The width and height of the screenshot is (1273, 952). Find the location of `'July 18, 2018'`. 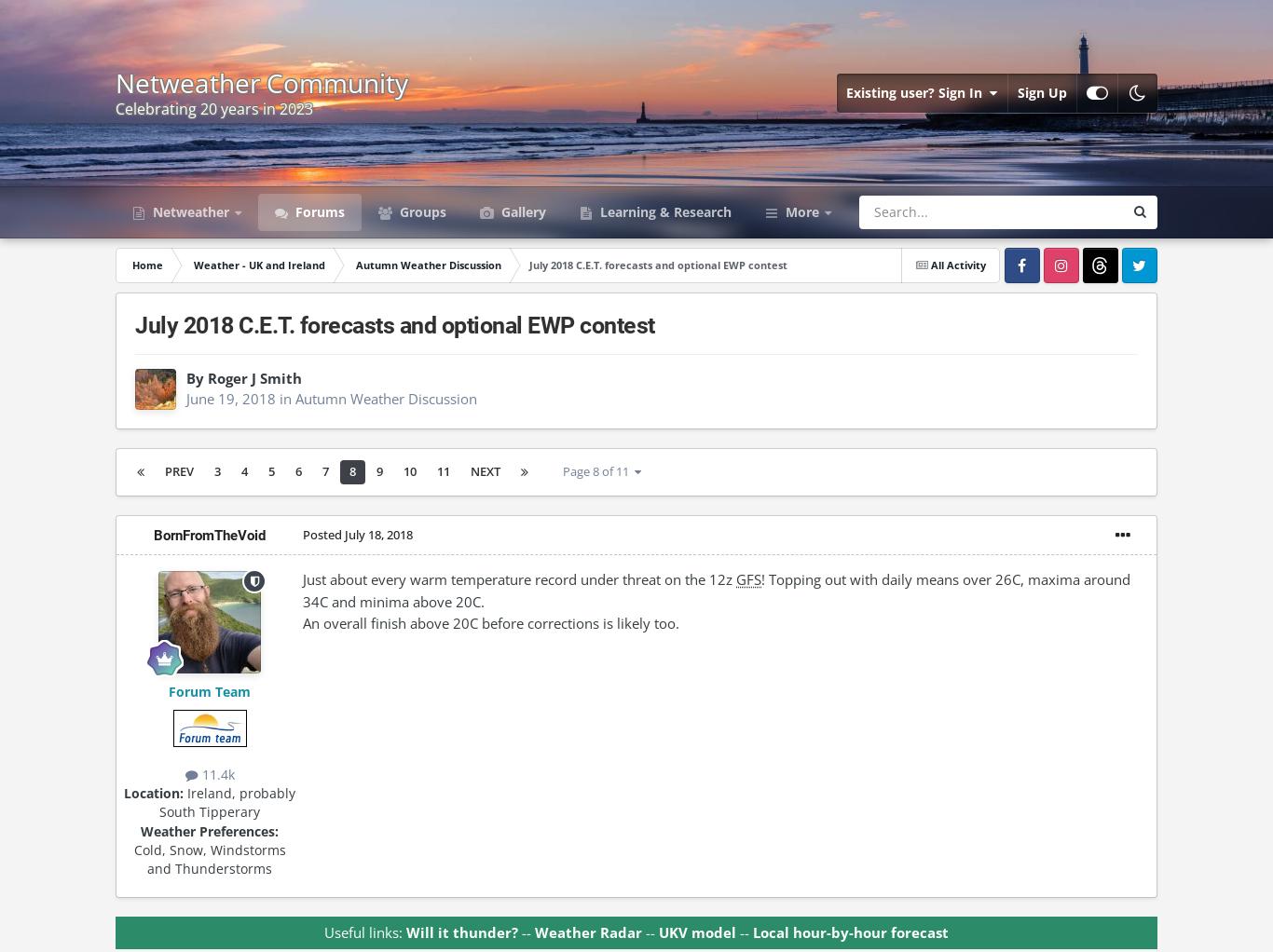

'July 18, 2018' is located at coordinates (344, 535).